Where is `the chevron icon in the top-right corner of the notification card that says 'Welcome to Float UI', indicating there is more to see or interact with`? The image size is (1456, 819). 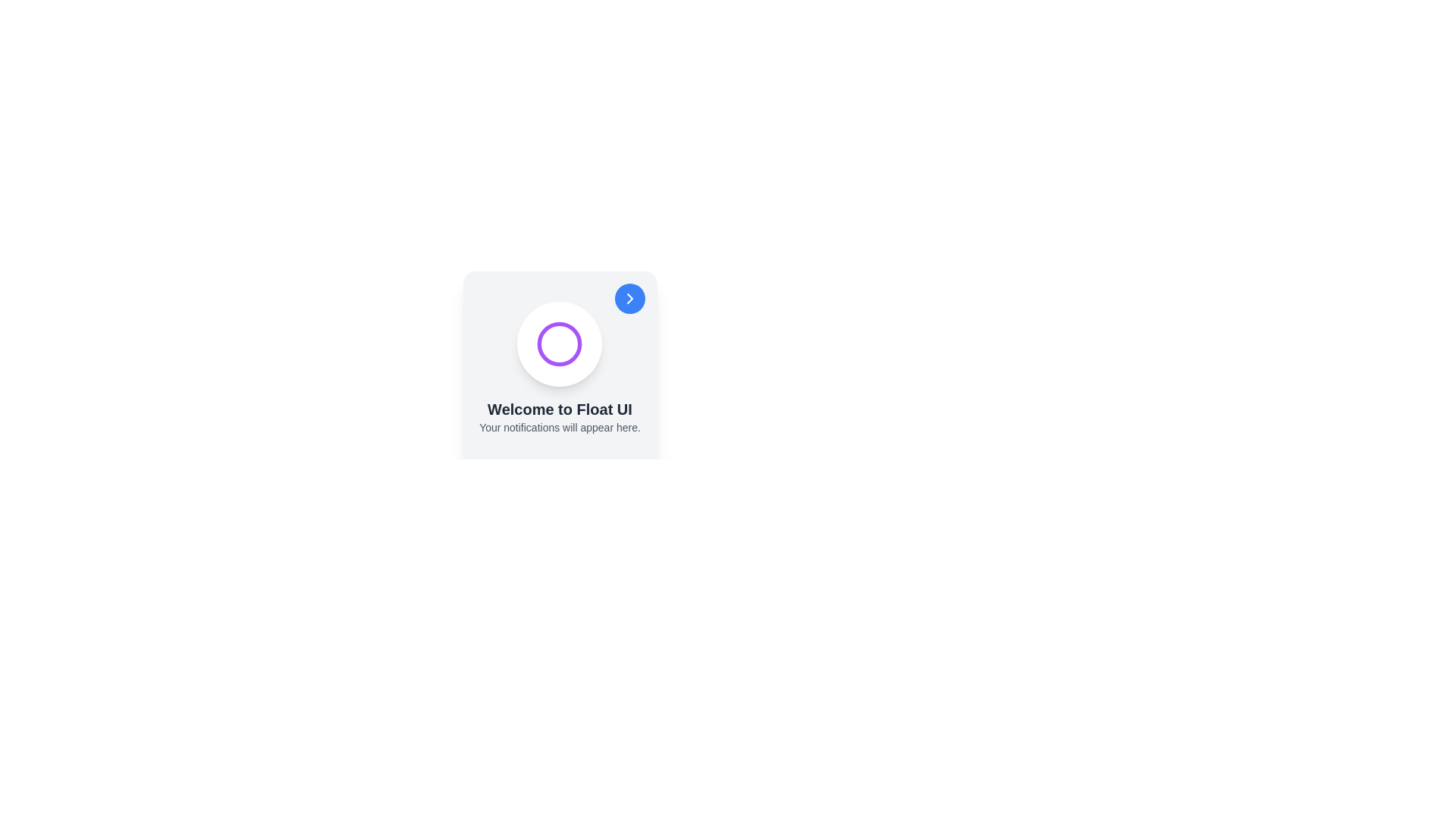 the chevron icon in the top-right corner of the notification card that says 'Welcome to Float UI', indicating there is more to see or interact with is located at coordinates (629, 298).